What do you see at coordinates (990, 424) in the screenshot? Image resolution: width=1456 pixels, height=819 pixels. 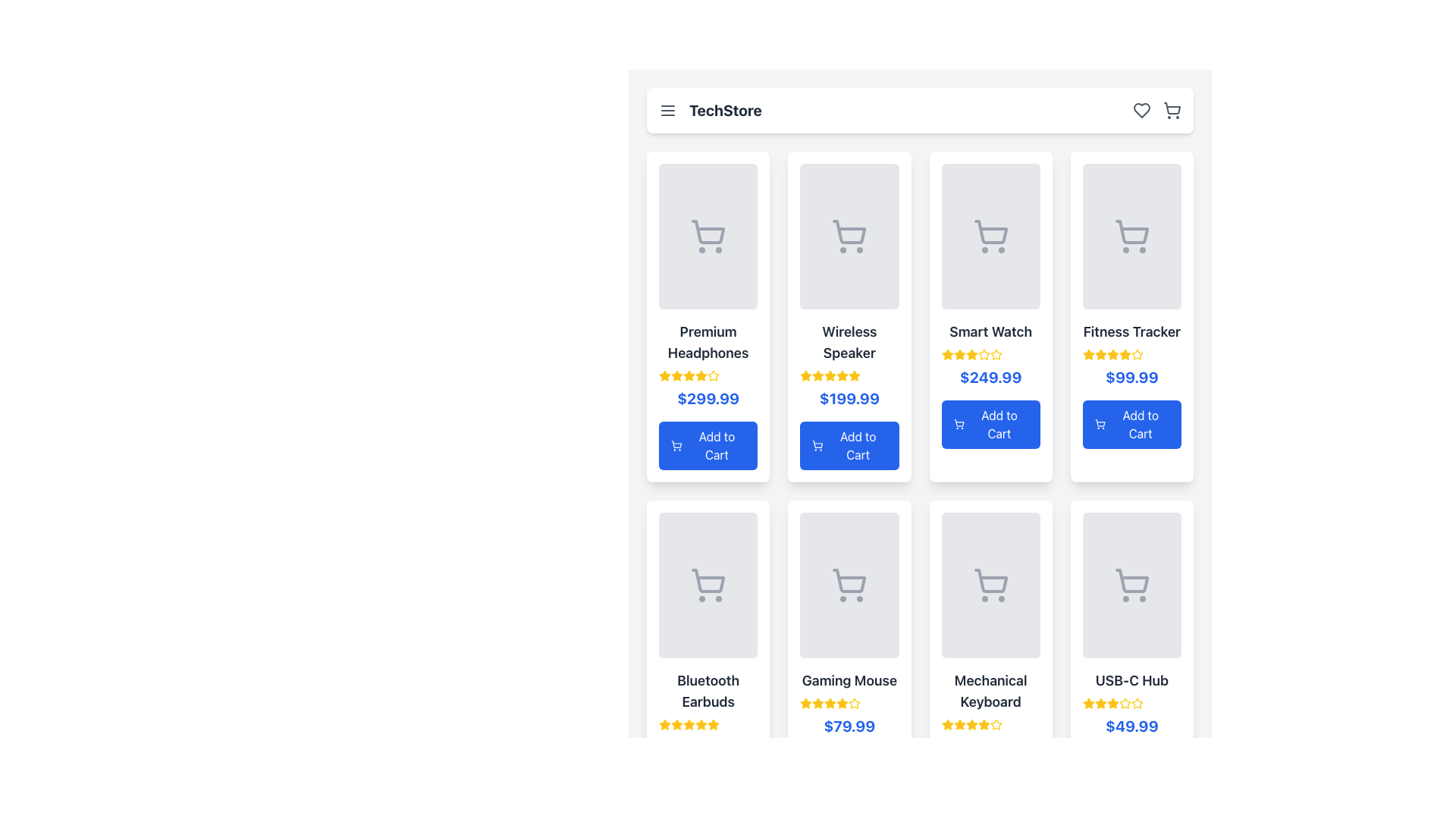 I see `the 'Add to Cart' button with a blue background and white text, located in the product card for 'Smart Watch'` at bounding box center [990, 424].